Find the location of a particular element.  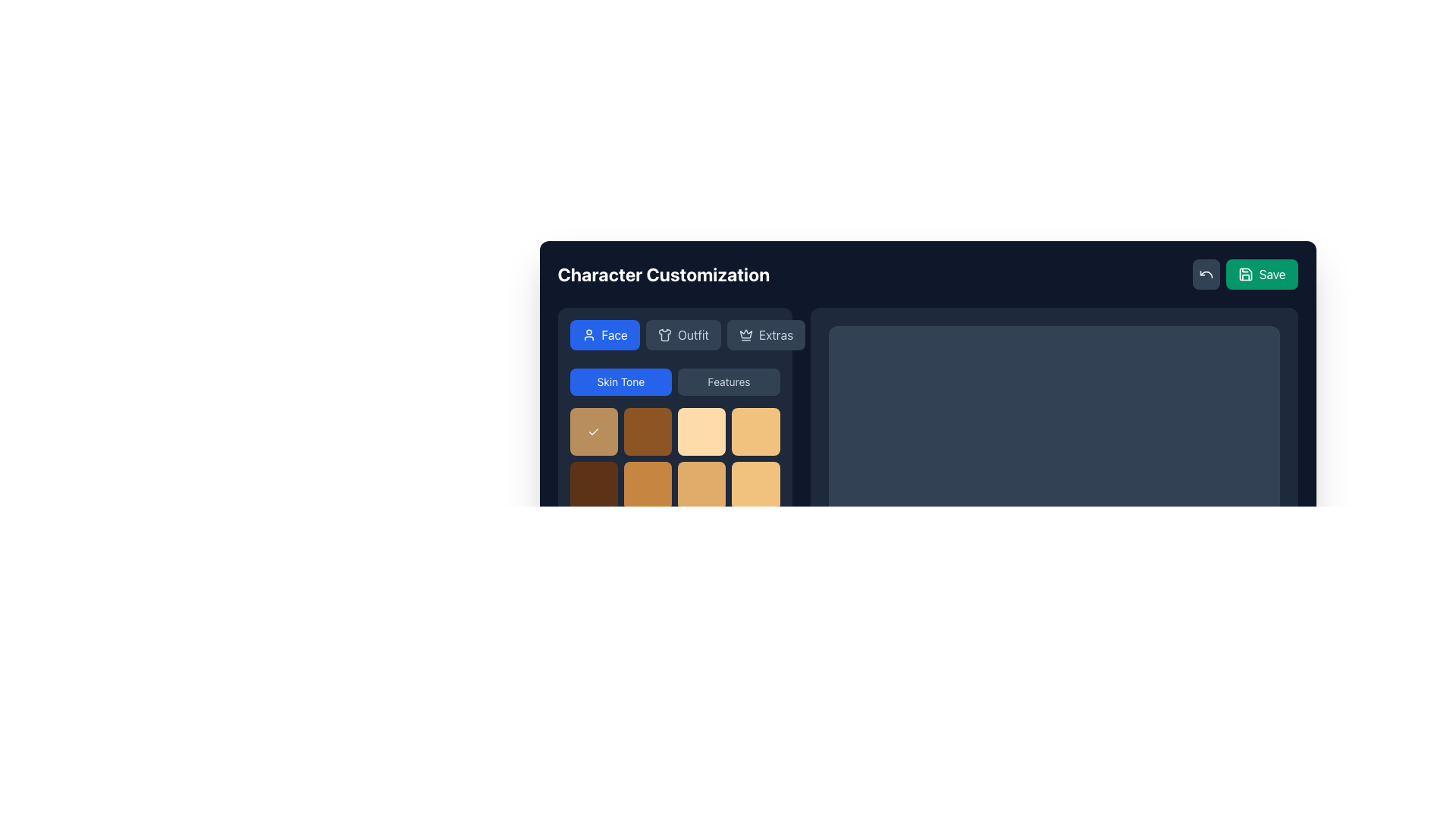

the 'Outfit' text label, which is displayed in a light font color on a dark rectangular background is located at coordinates (692, 334).